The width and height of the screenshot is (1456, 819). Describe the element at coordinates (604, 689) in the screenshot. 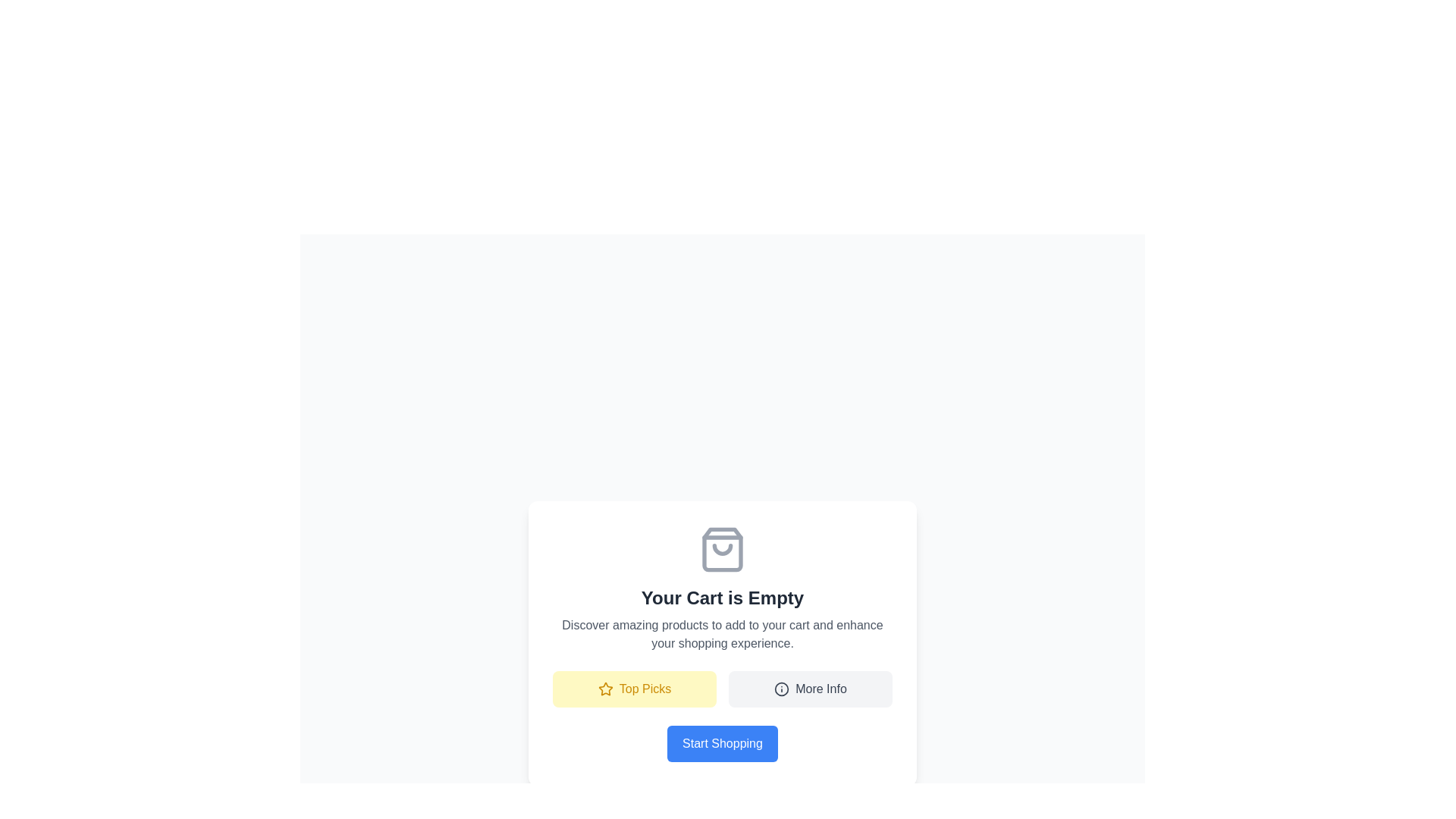

I see `the decorative icon representing a rating or favorite indicator located near the center of the page, specifically in the top left corner of a highlighted section` at that location.